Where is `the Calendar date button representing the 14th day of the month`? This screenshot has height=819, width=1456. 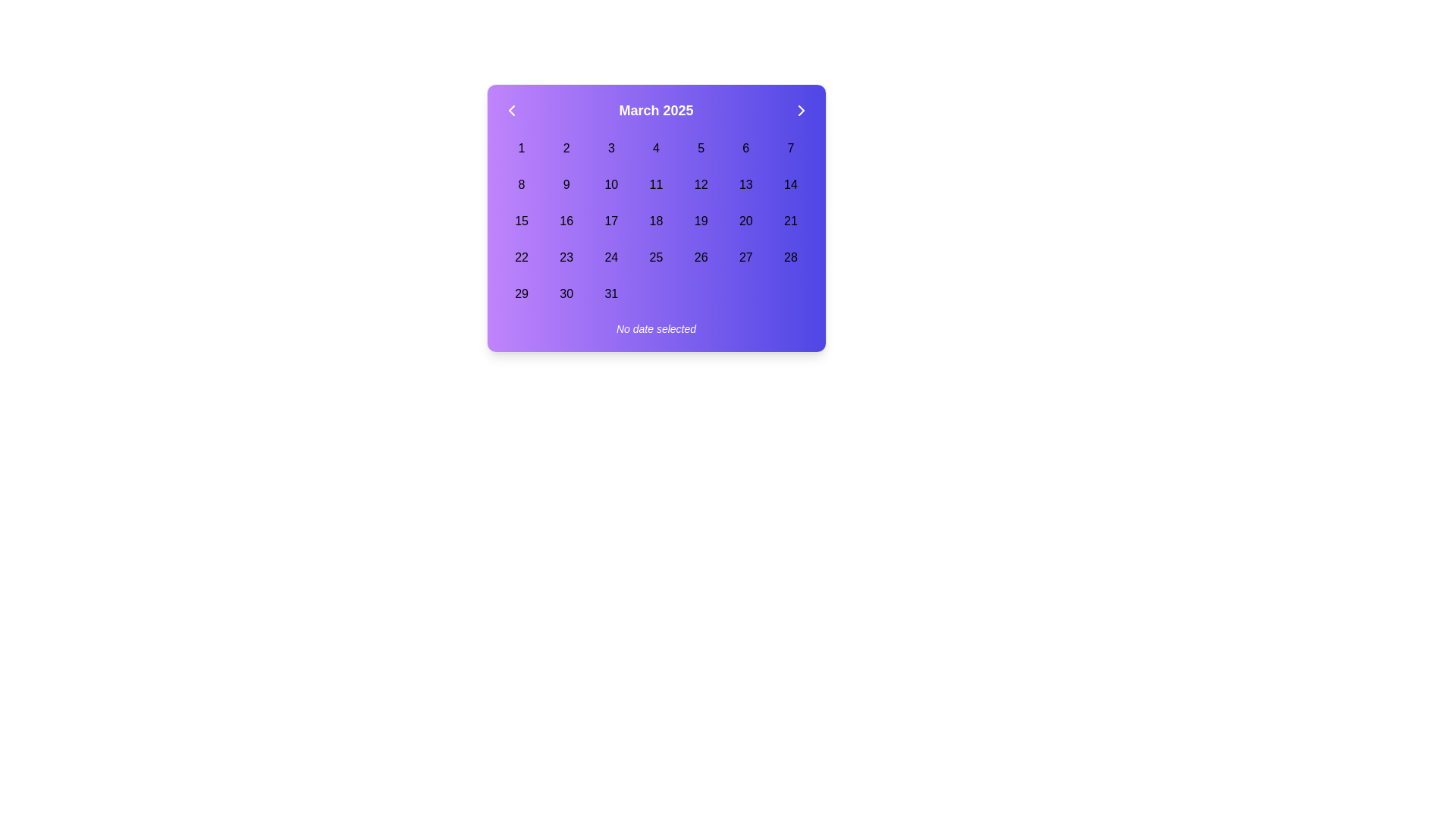 the Calendar date button representing the 14th day of the month is located at coordinates (789, 184).